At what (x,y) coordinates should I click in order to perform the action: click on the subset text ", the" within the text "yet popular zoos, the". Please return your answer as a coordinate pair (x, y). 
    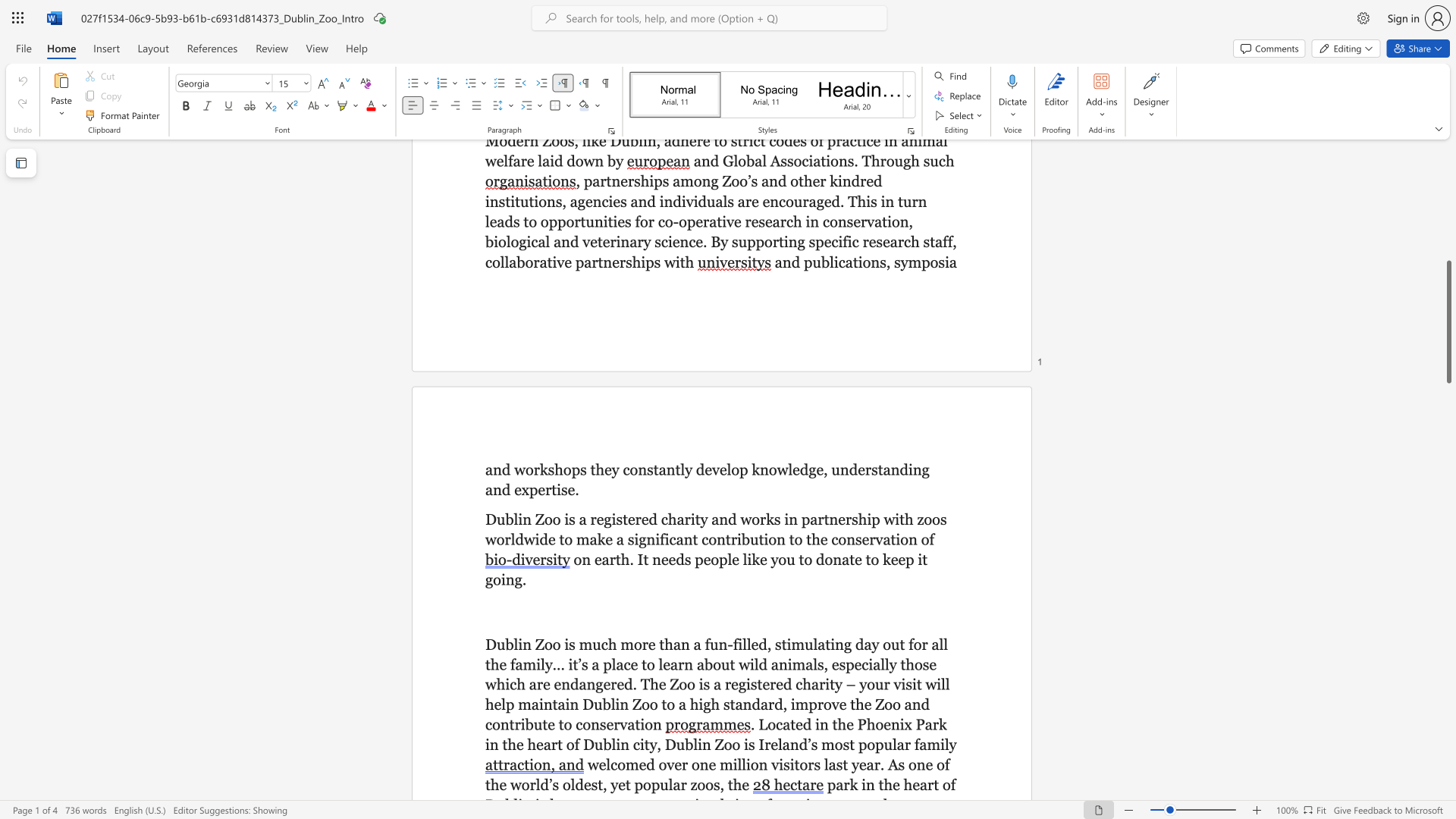
    Looking at the image, I should click on (719, 784).